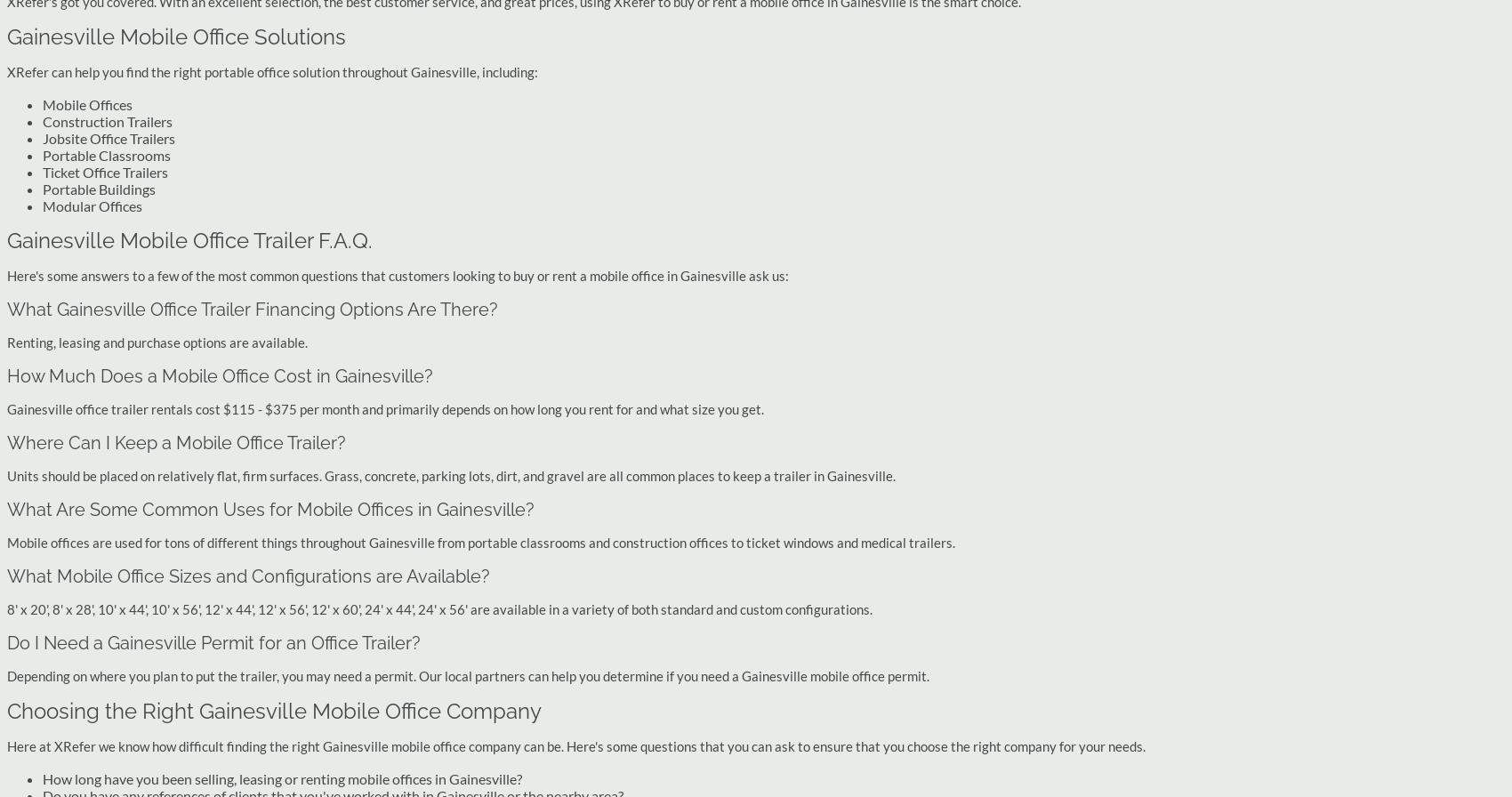  Describe the element at coordinates (468, 675) in the screenshot. I see `'Depending on where you plan to put the trailer, you may need a permit. Our local partners can help you determine if you need a Gainesville mobile office permit.'` at that location.